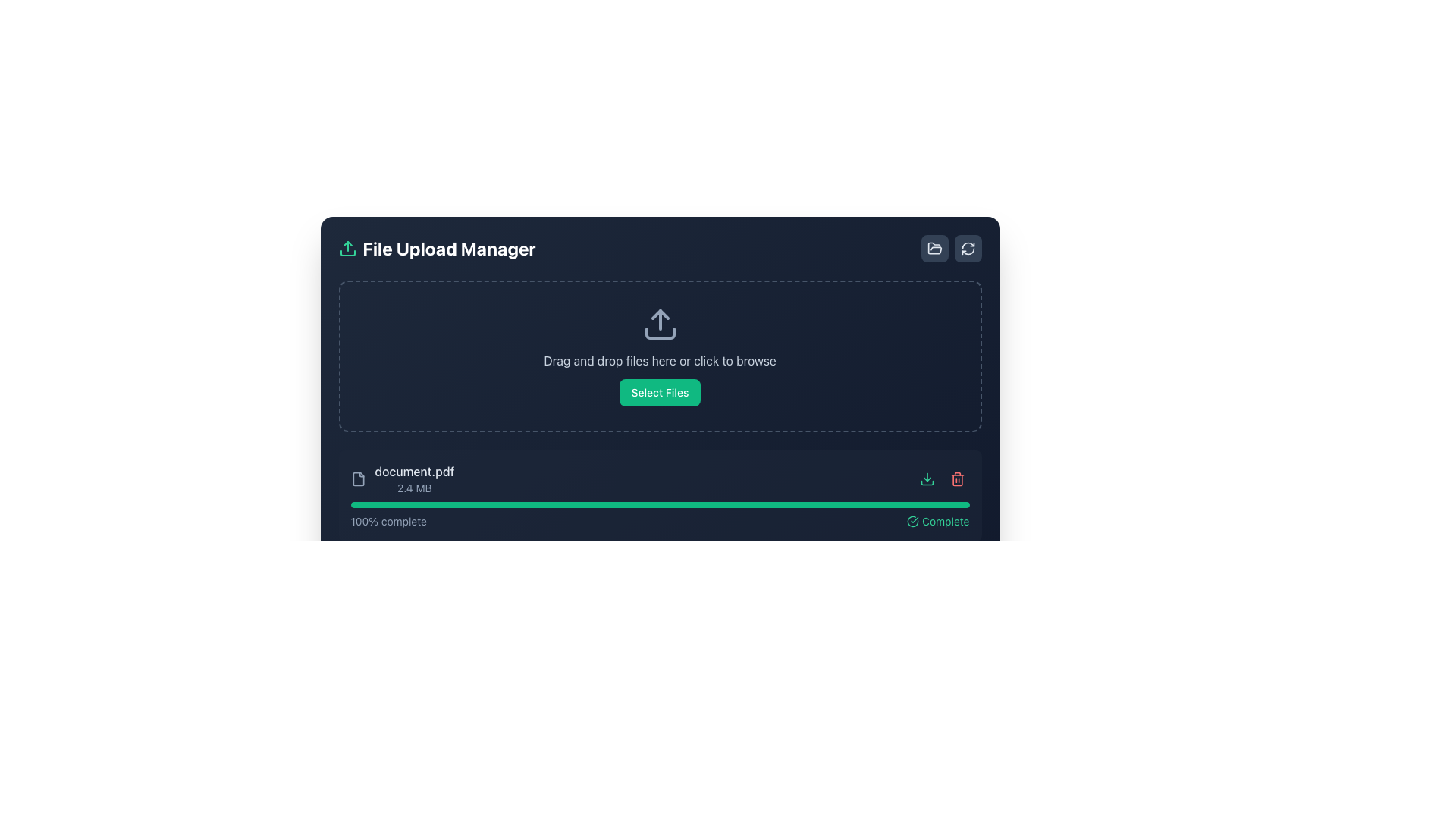 The height and width of the screenshot is (819, 1456). I want to click on the vibrant green 'Select Files' button with rounded corners for visual feedback, so click(660, 391).